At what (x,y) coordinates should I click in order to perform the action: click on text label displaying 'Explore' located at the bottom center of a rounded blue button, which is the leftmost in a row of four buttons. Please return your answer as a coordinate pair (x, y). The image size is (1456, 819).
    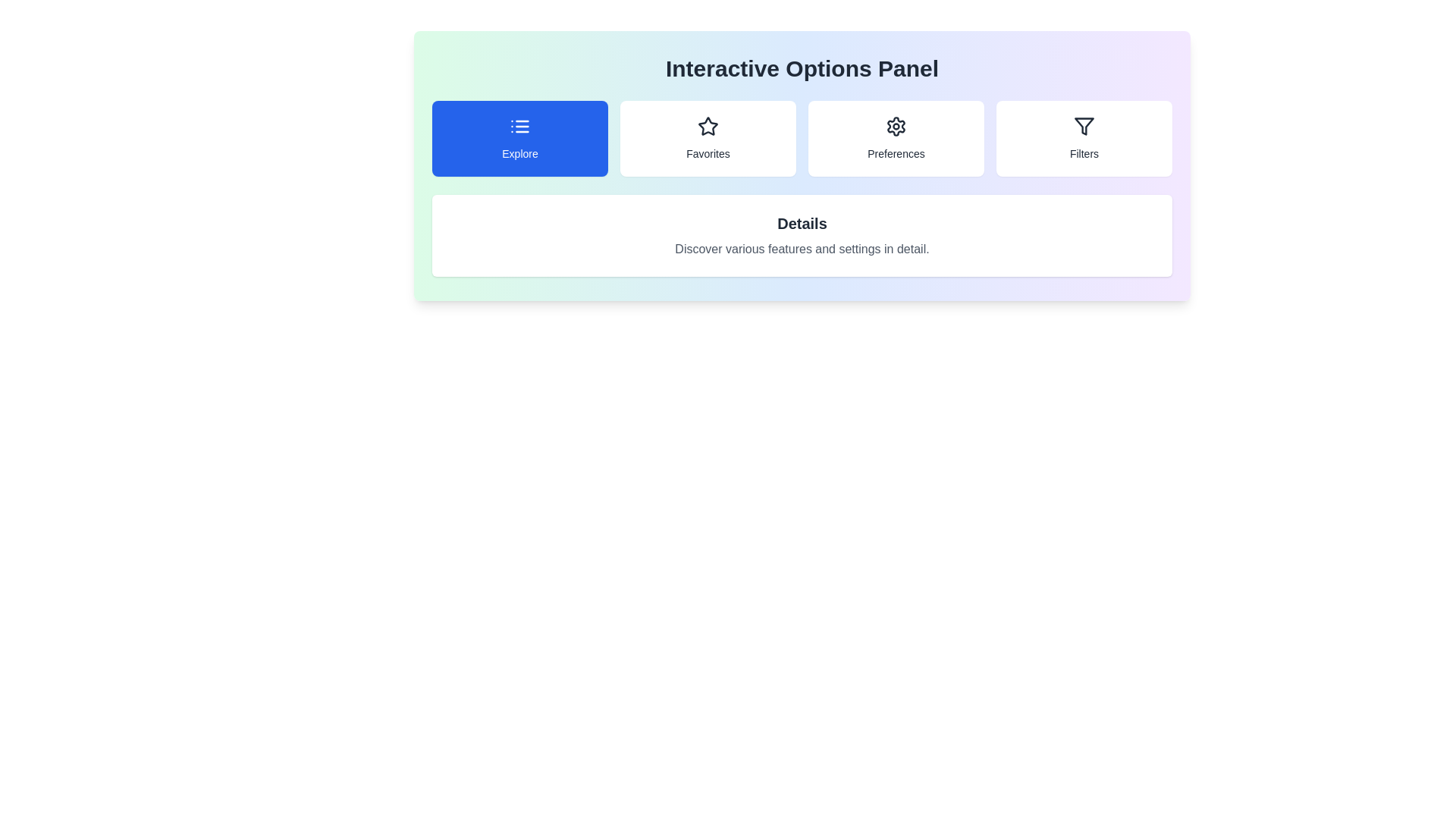
    Looking at the image, I should click on (520, 154).